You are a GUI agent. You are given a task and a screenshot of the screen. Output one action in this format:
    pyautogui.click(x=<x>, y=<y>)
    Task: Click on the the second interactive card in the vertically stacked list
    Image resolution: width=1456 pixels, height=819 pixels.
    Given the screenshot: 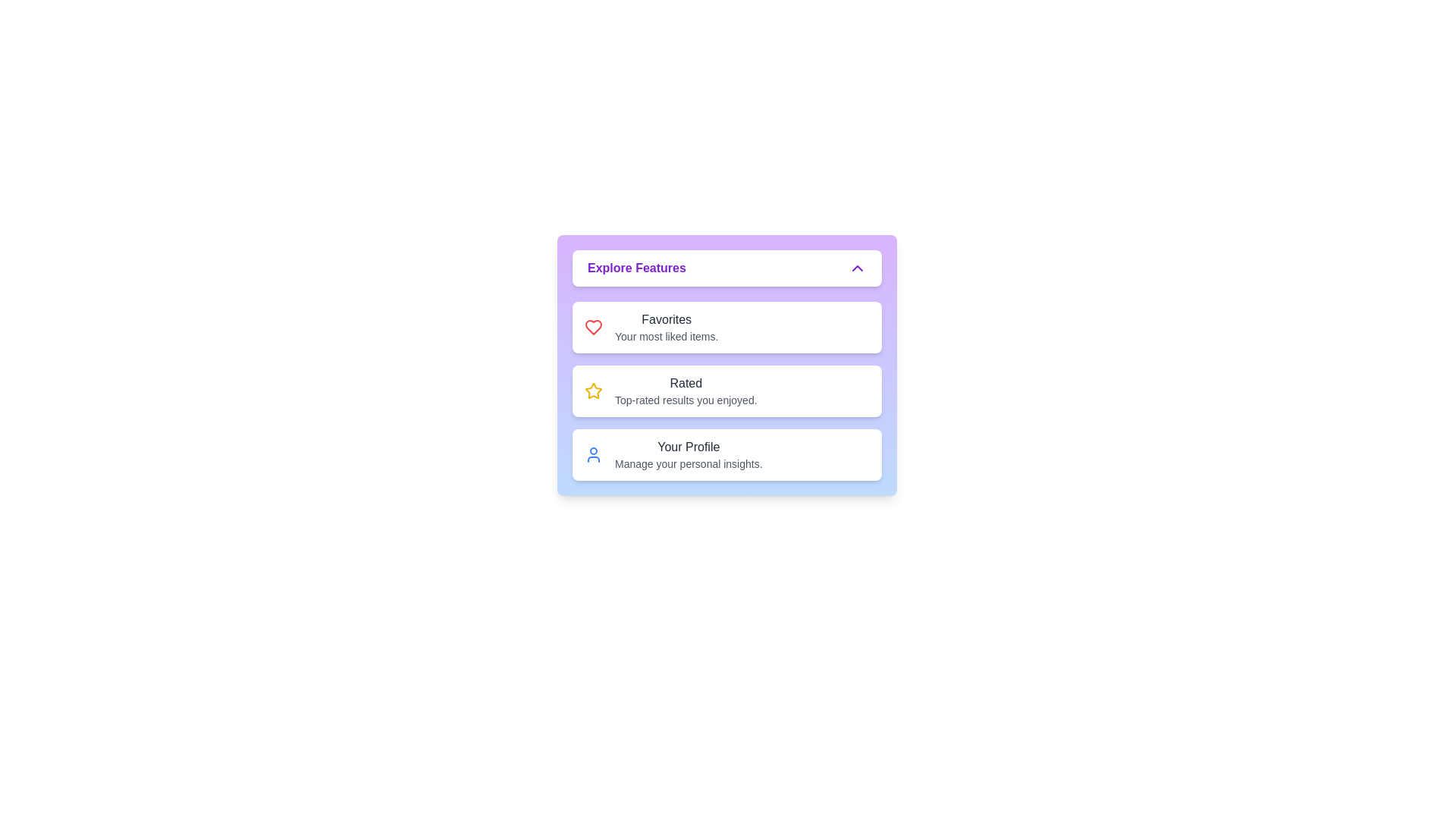 What is the action you would take?
    pyautogui.click(x=726, y=366)
    